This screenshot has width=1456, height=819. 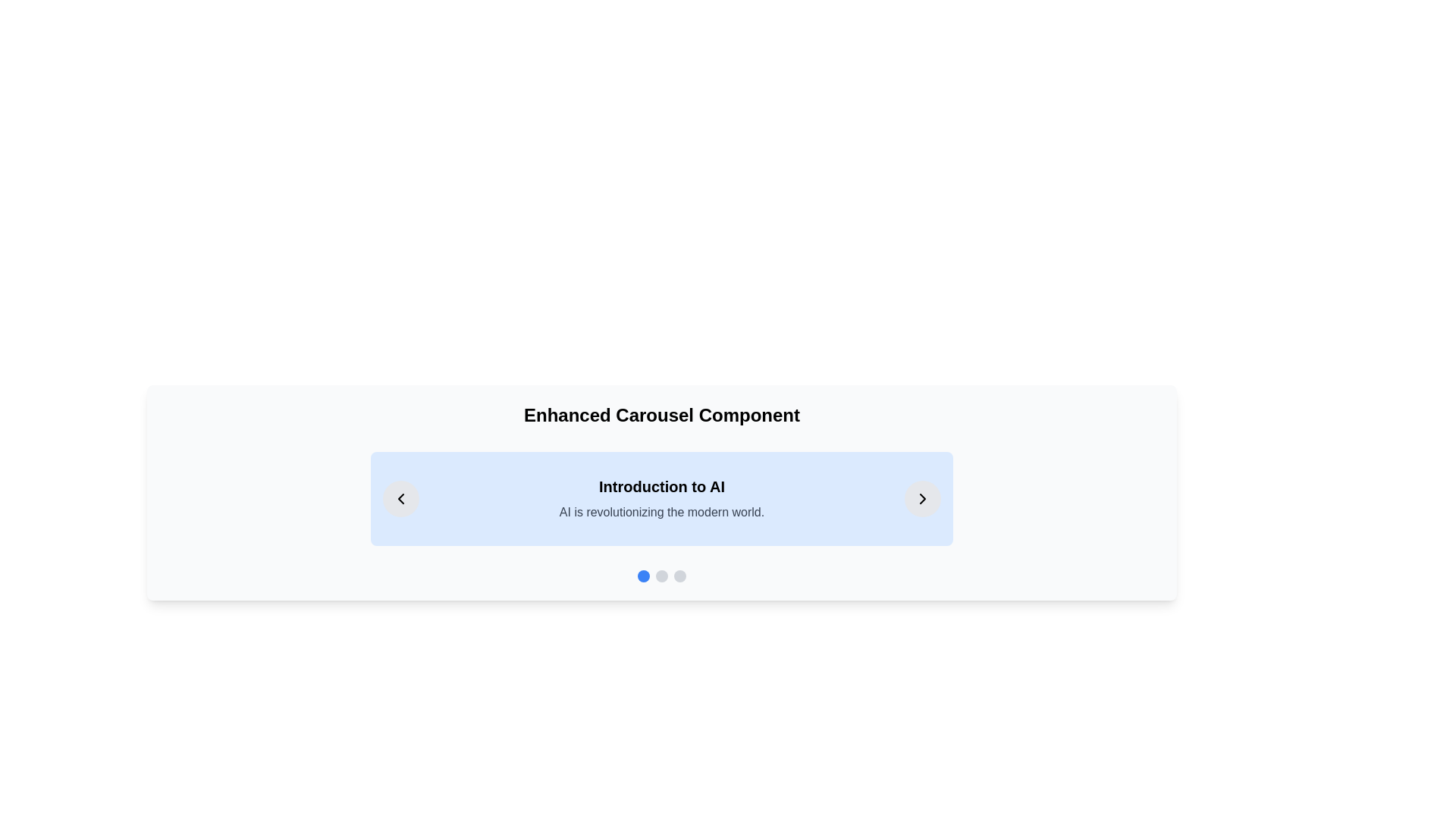 What do you see at coordinates (644, 576) in the screenshot?
I see `the first circular Navigation indicator dot located below the carousel, which indicates the currently visible slide` at bounding box center [644, 576].